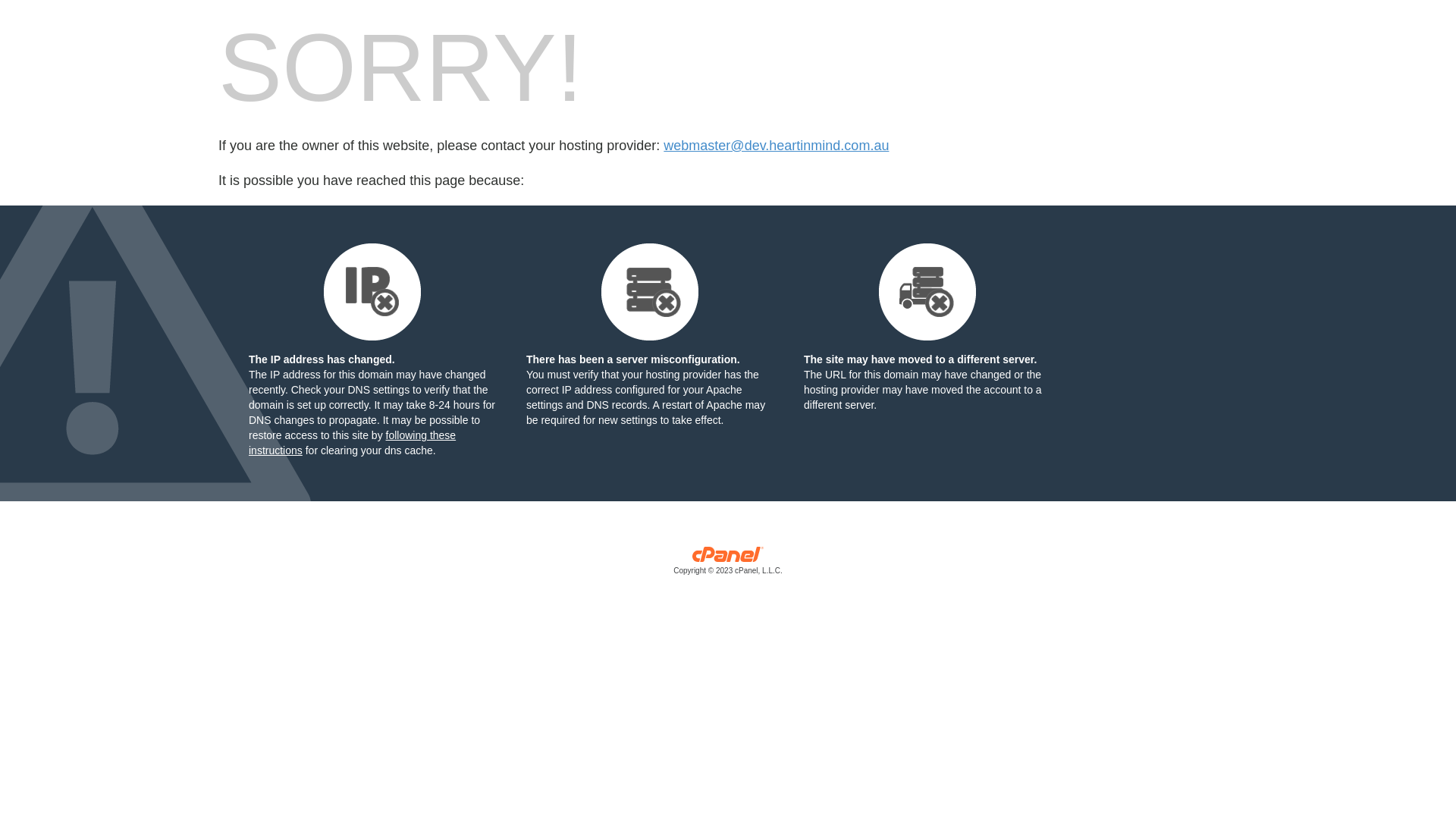 The height and width of the screenshot is (819, 1456). Describe the element at coordinates (776, 146) in the screenshot. I see `'webmaster@dev.heartinmind.com.au'` at that location.